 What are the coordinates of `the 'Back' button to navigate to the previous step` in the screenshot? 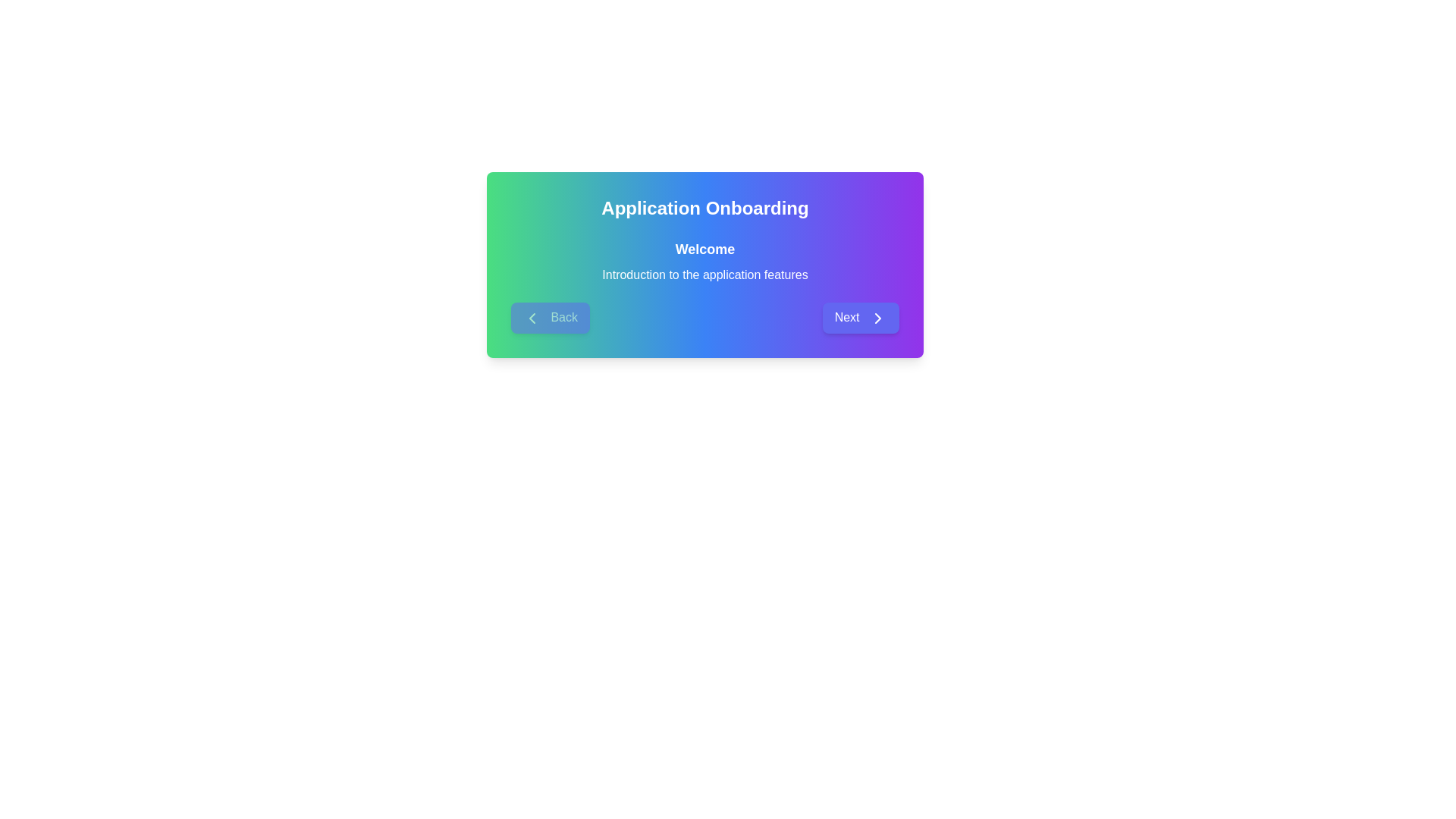 It's located at (549, 317).